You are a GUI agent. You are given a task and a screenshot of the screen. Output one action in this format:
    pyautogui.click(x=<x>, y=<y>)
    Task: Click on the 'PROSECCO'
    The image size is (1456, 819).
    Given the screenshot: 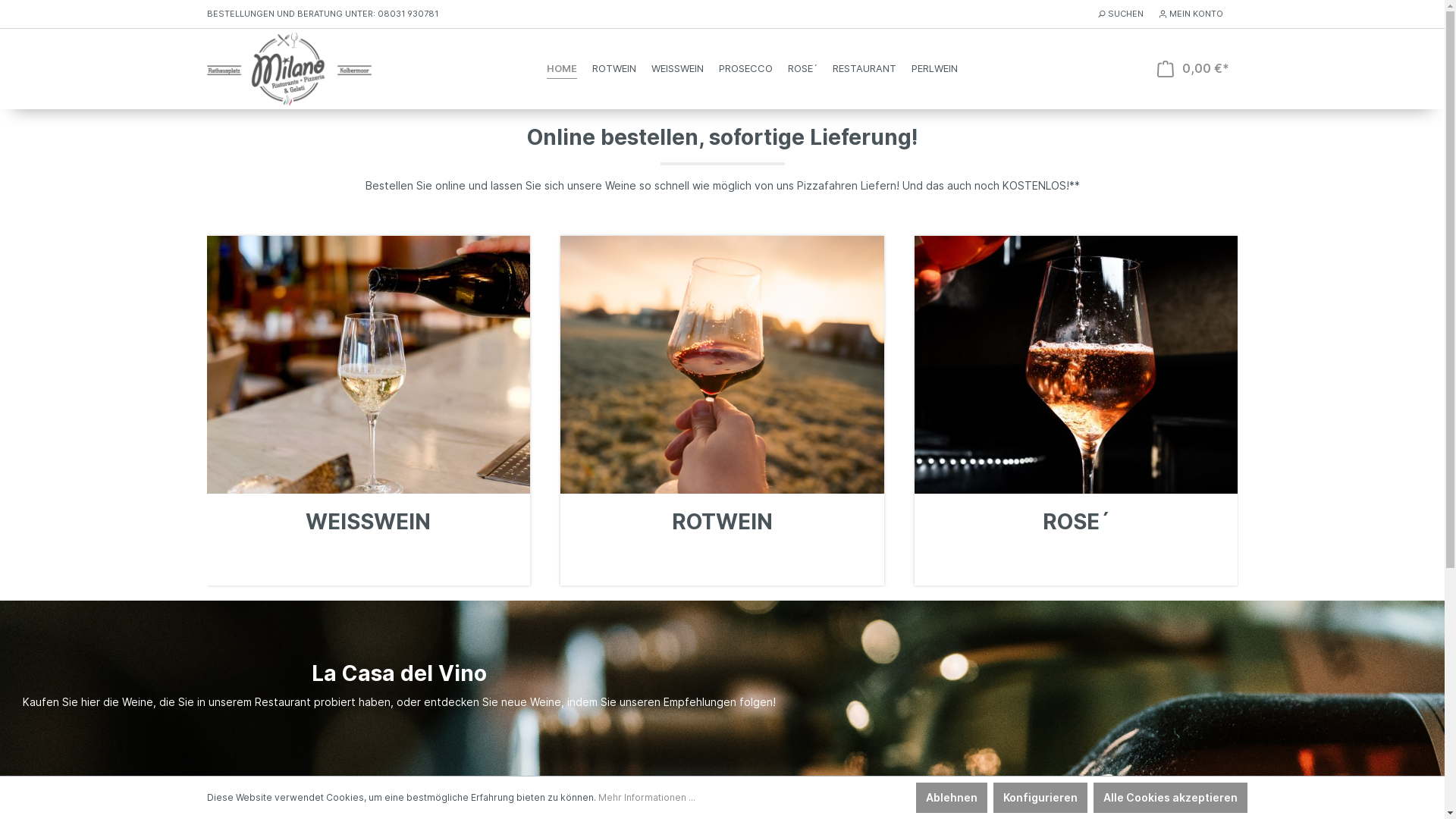 What is the action you would take?
    pyautogui.click(x=745, y=69)
    